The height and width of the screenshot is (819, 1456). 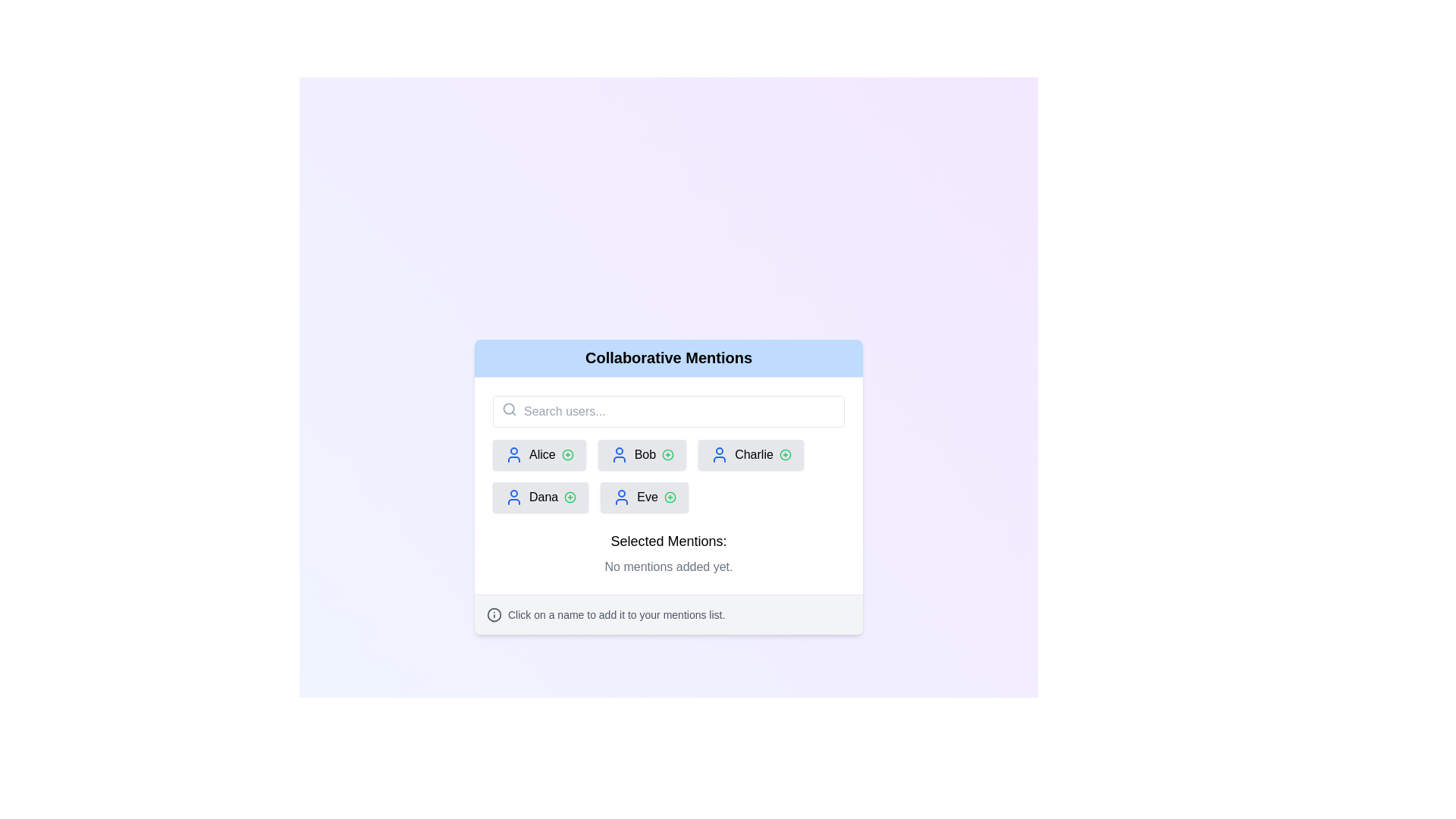 I want to click on the circular '+' icon button rendered in green, located near the name 'Alice', so click(x=566, y=453).